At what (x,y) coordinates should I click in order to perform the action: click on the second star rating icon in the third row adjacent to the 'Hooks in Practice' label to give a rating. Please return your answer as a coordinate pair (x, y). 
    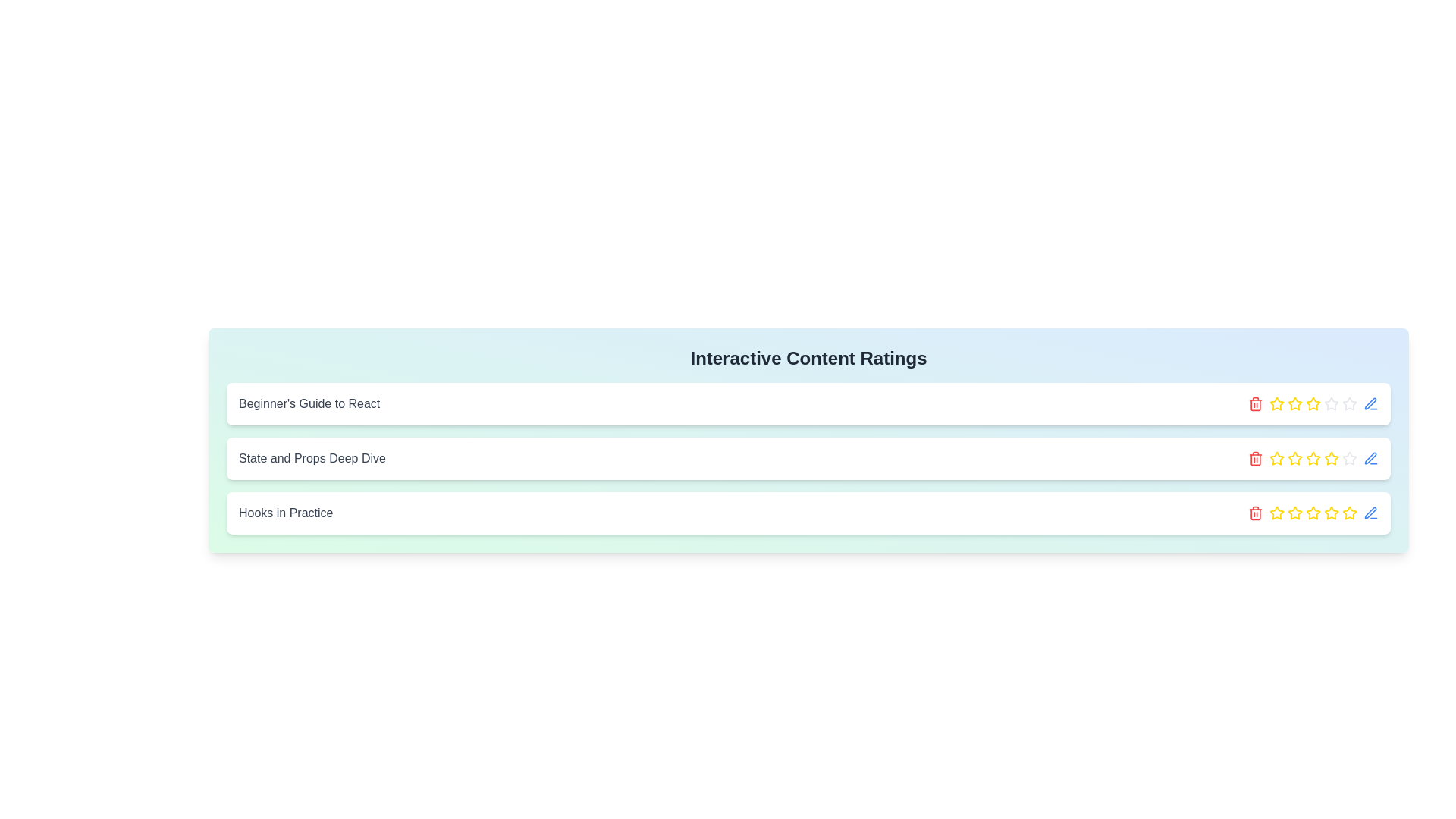
    Looking at the image, I should click on (1294, 512).